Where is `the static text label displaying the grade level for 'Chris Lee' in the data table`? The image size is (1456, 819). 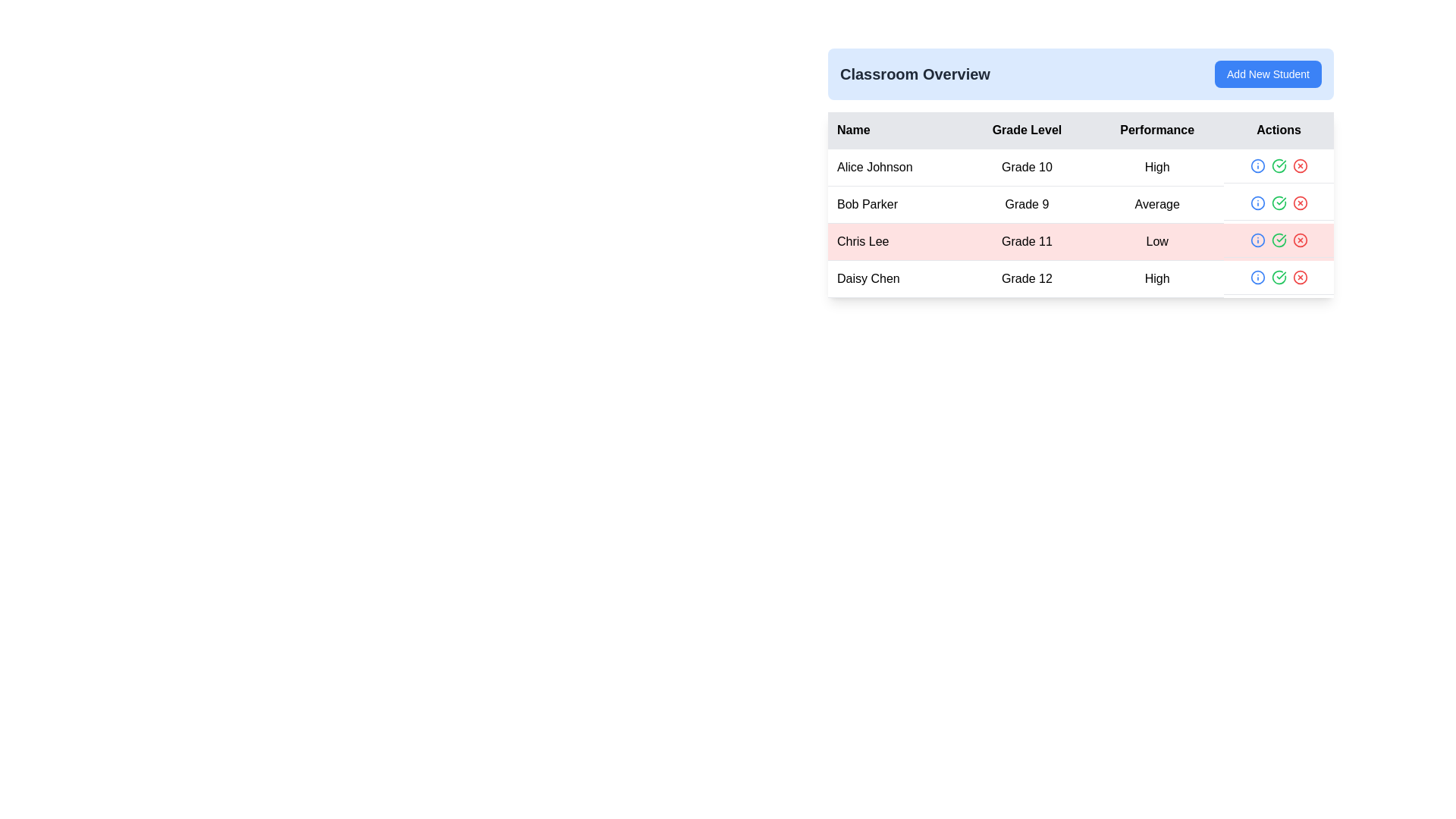 the static text label displaying the grade level for 'Chris Lee' in the data table is located at coordinates (1027, 241).